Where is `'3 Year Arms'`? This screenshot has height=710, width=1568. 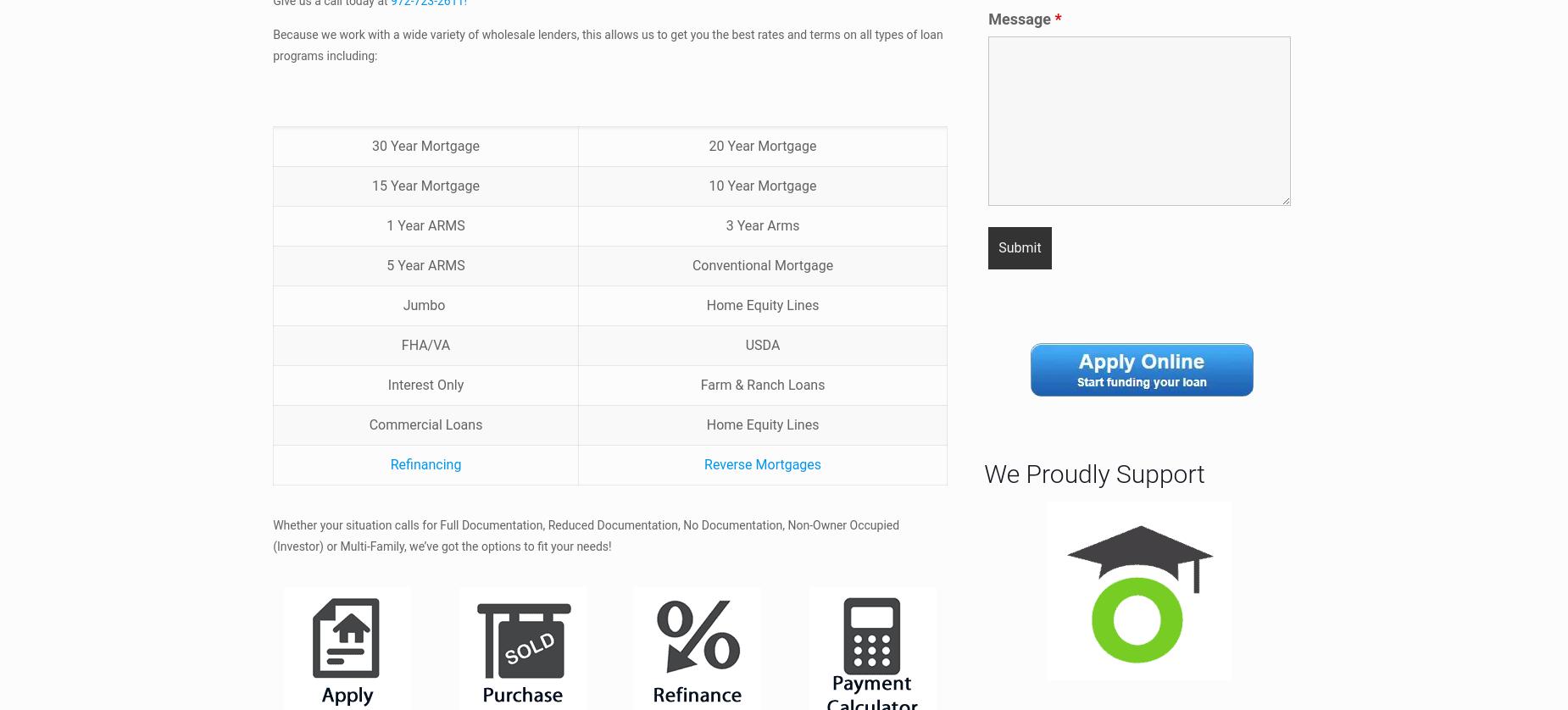
'3 Year Arms' is located at coordinates (725, 224).